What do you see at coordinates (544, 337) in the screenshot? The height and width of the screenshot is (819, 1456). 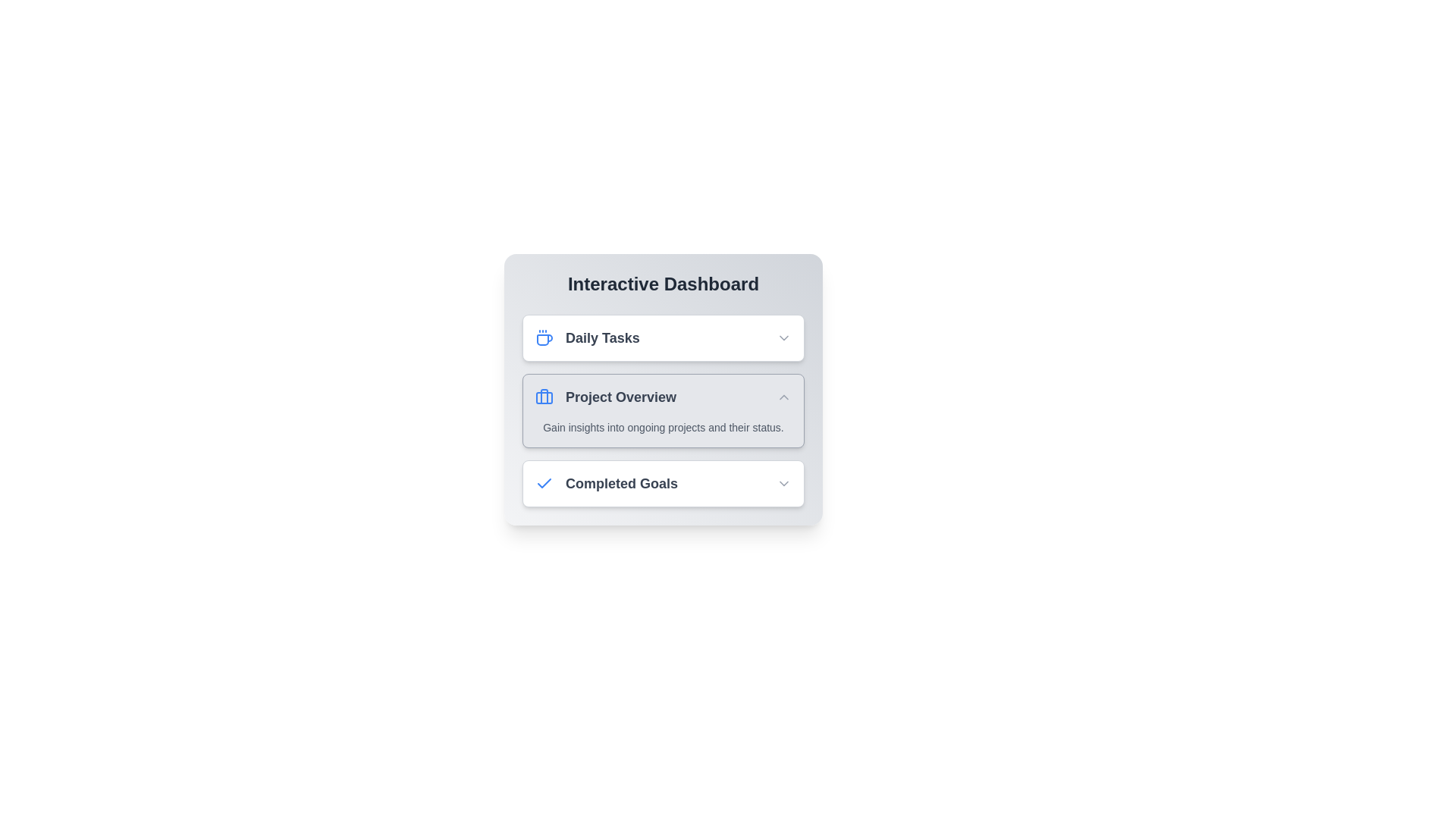 I see `the icon associated with Daily Tasks` at bounding box center [544, 337].